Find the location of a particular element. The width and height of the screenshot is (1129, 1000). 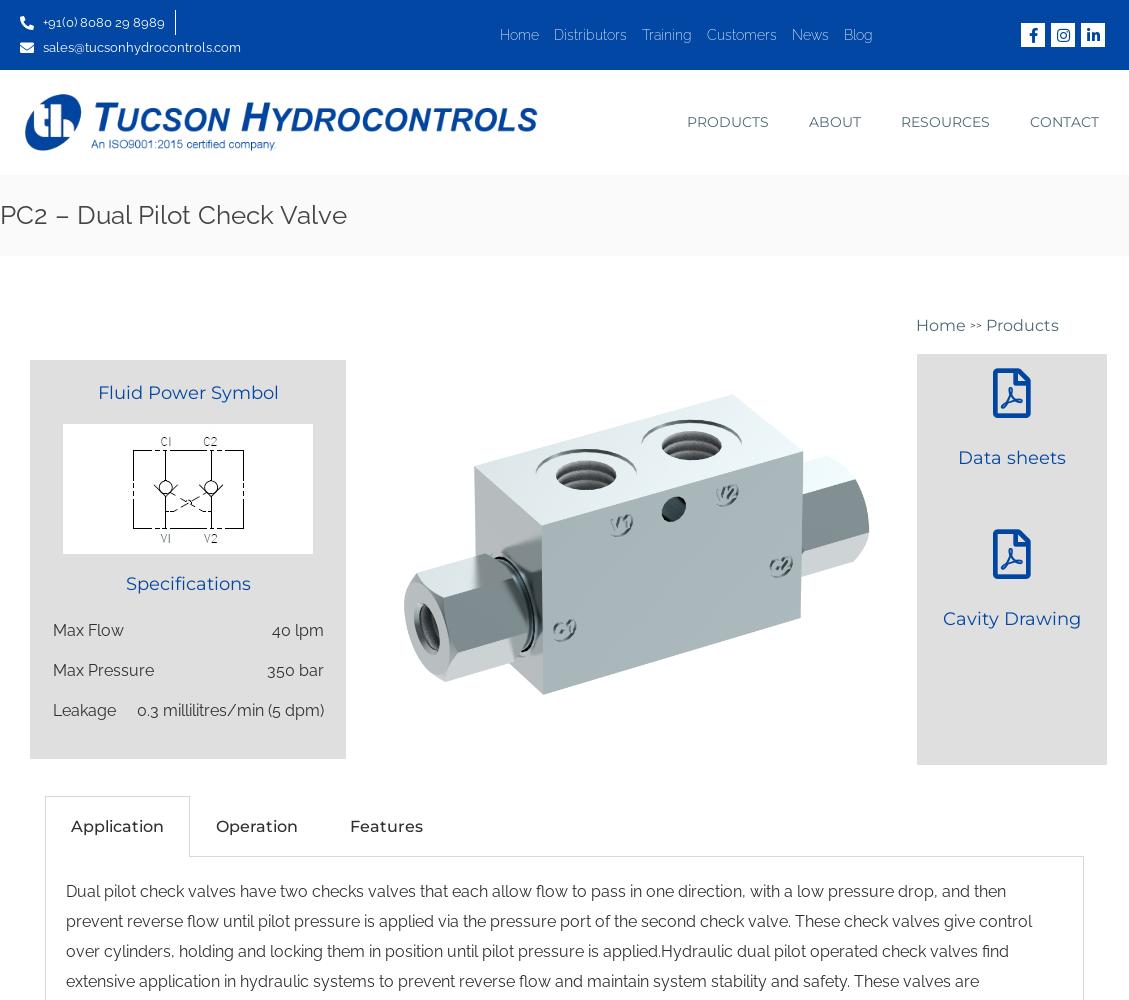

'Ball Valves' is located at coordinates (688, 174).